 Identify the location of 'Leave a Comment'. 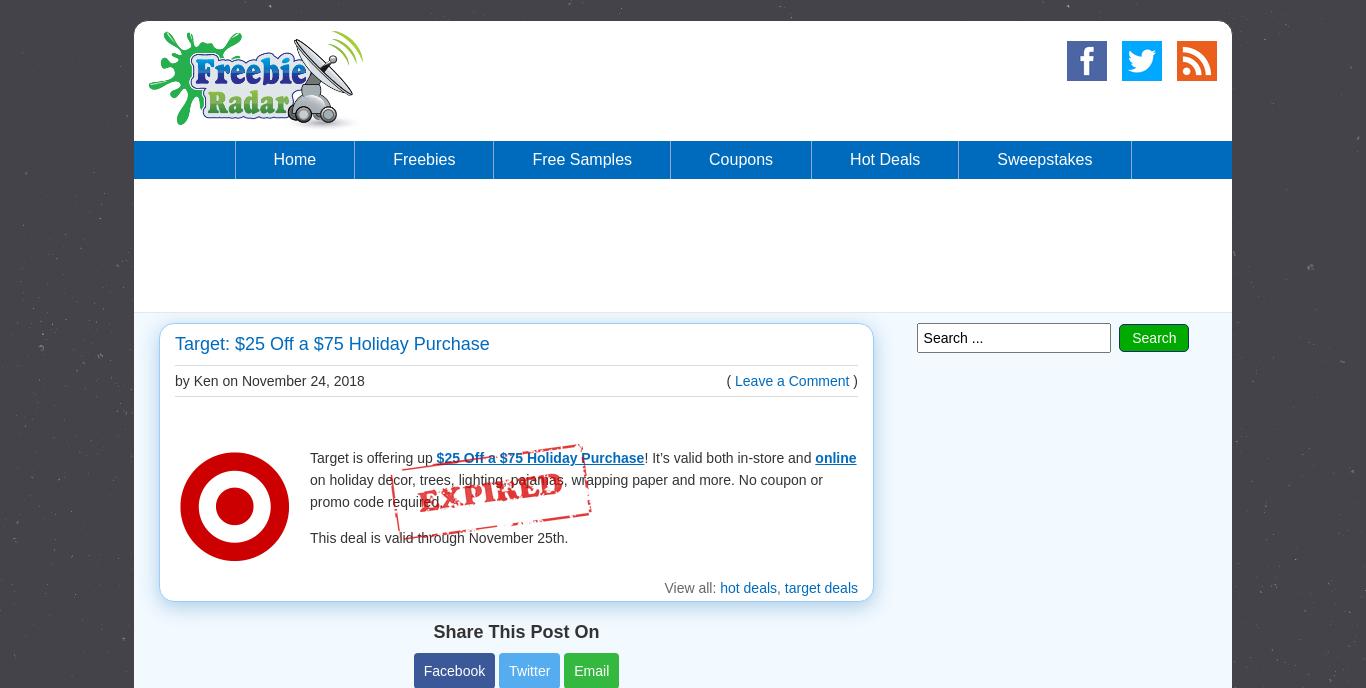
(792, 378).